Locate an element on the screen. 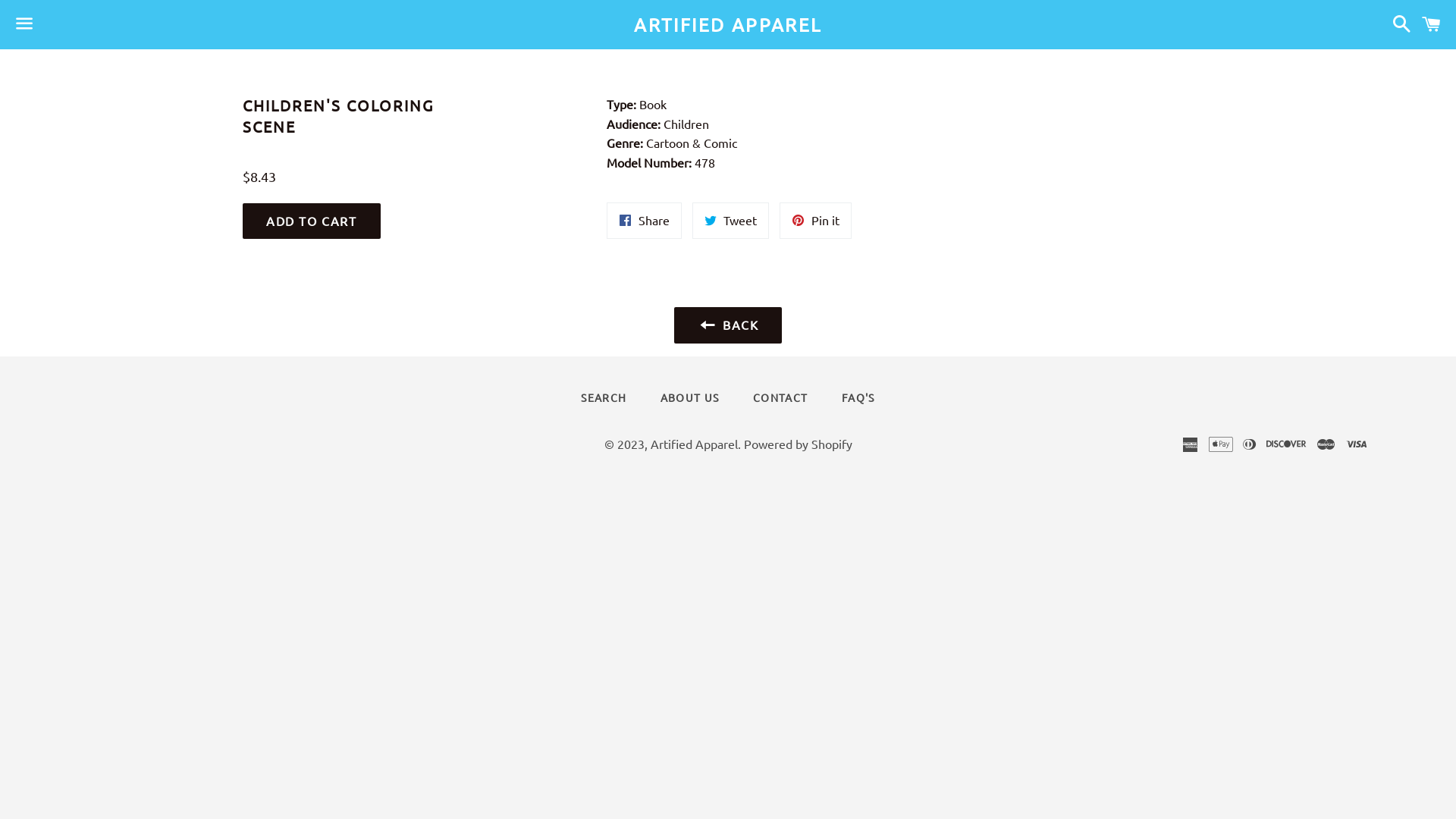 The image size is (1456, 819). 'Tweet is located at coordinates (730, 220).